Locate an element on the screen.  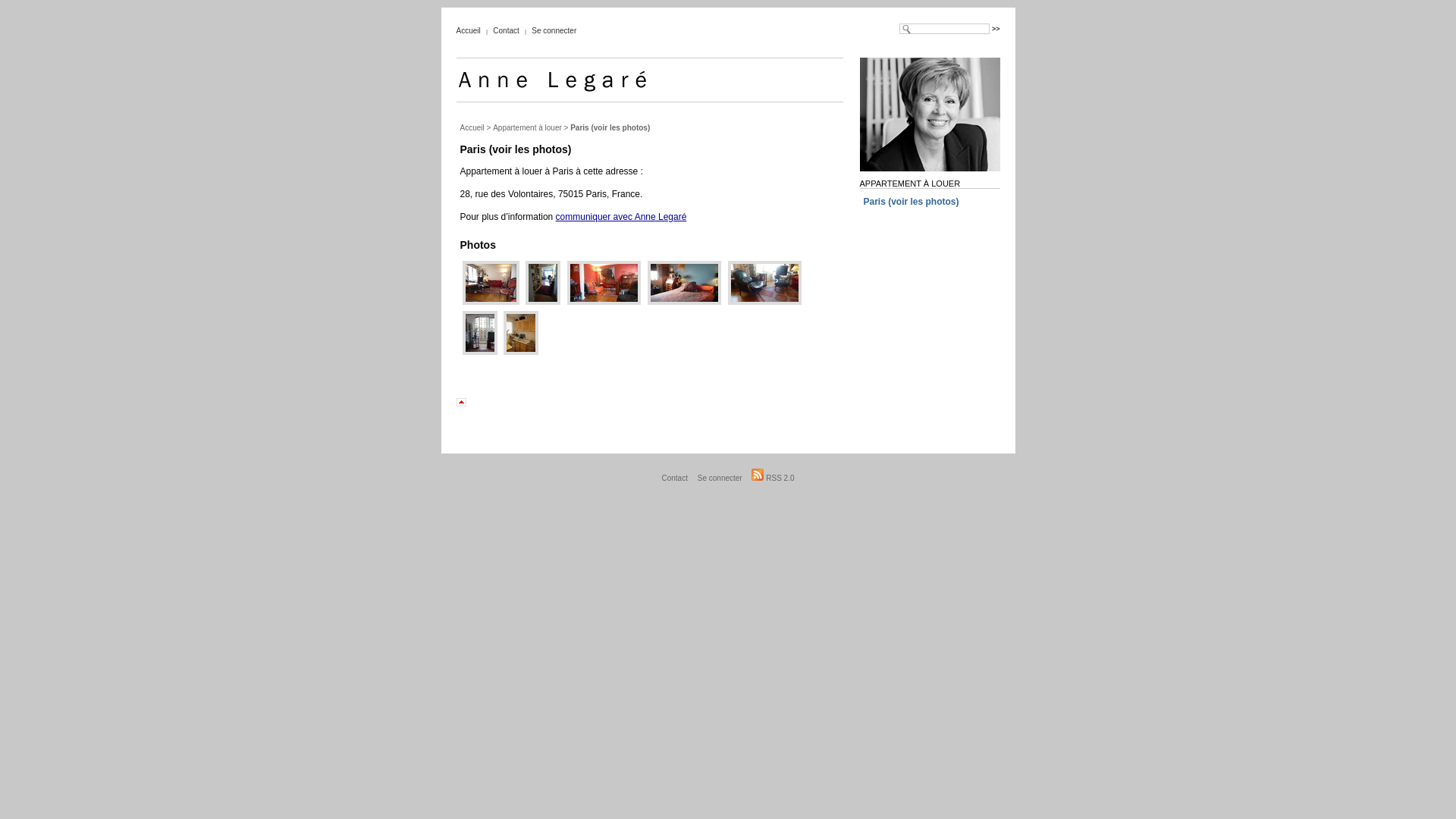
'remonter' is located at coordinates (471, 401).